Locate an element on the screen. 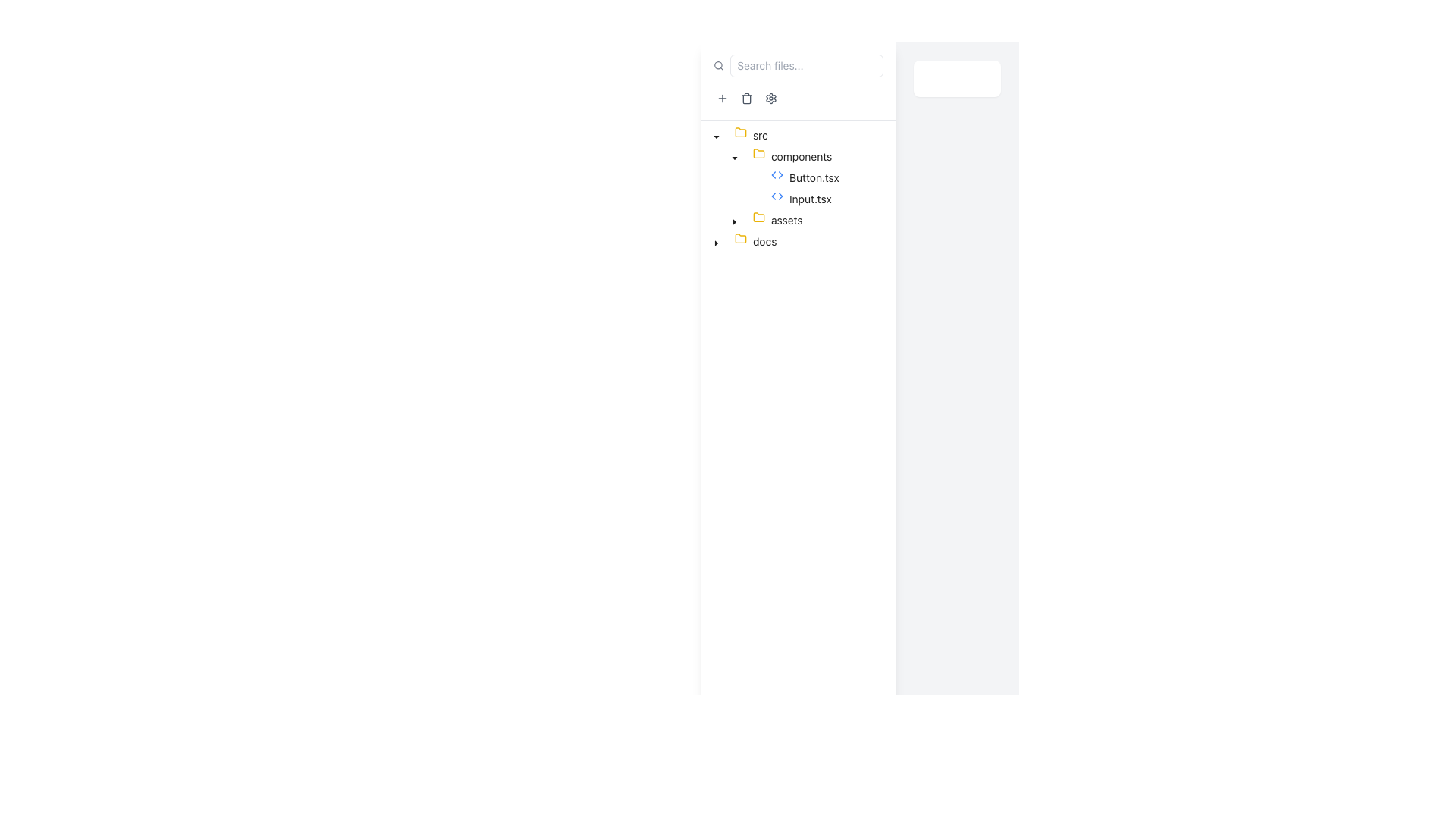 This screenshot has height=819, width=1456. the text label of the 'src' folder item is located at coordinates (761, 134).